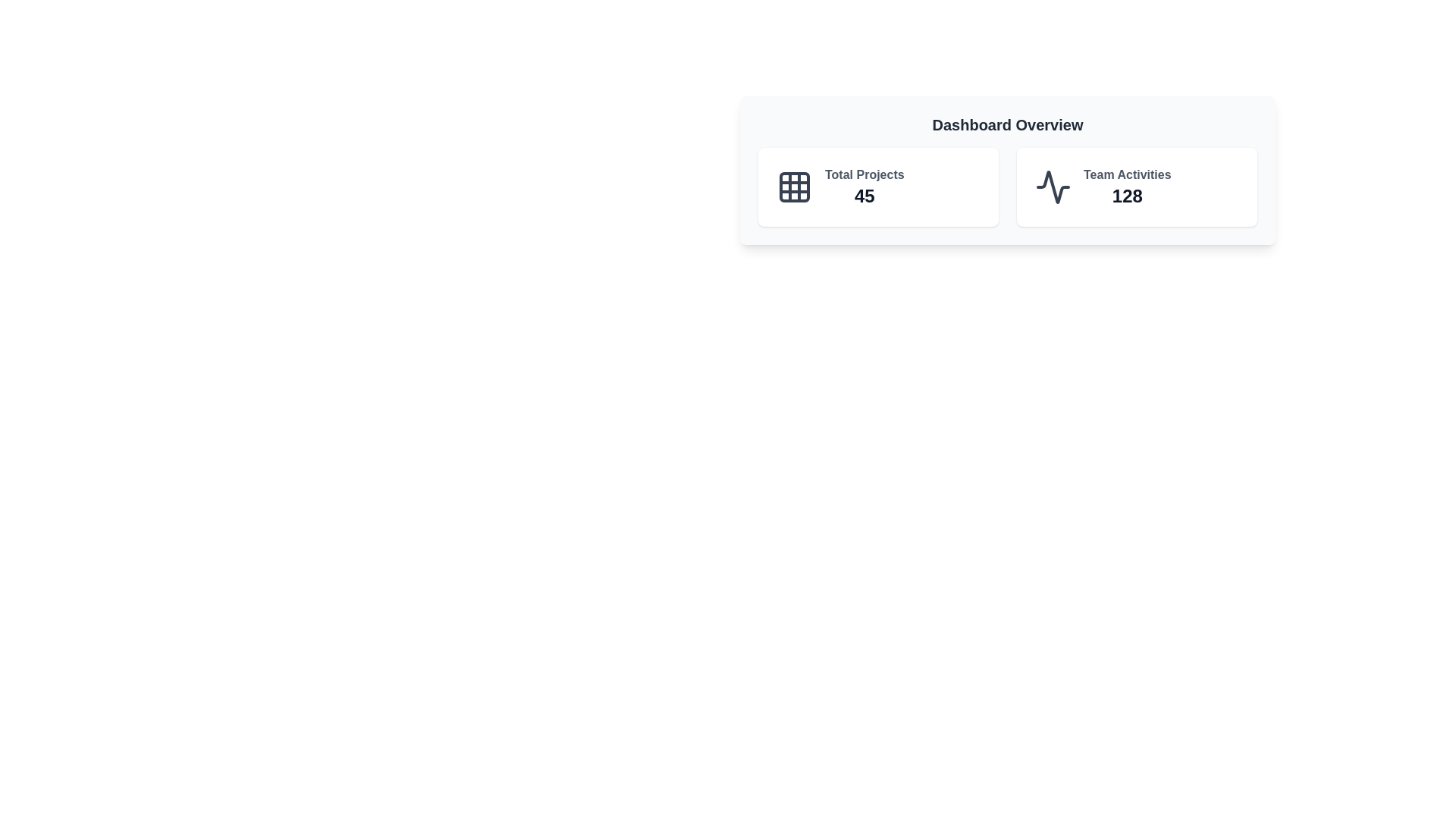  Describe the element at coordinates (1052, 186) in the screenshot. I see `the 'Team Activities' icon located at the top-left area of the 'Team Activities' card on the Dashboard Overview section` at that location.